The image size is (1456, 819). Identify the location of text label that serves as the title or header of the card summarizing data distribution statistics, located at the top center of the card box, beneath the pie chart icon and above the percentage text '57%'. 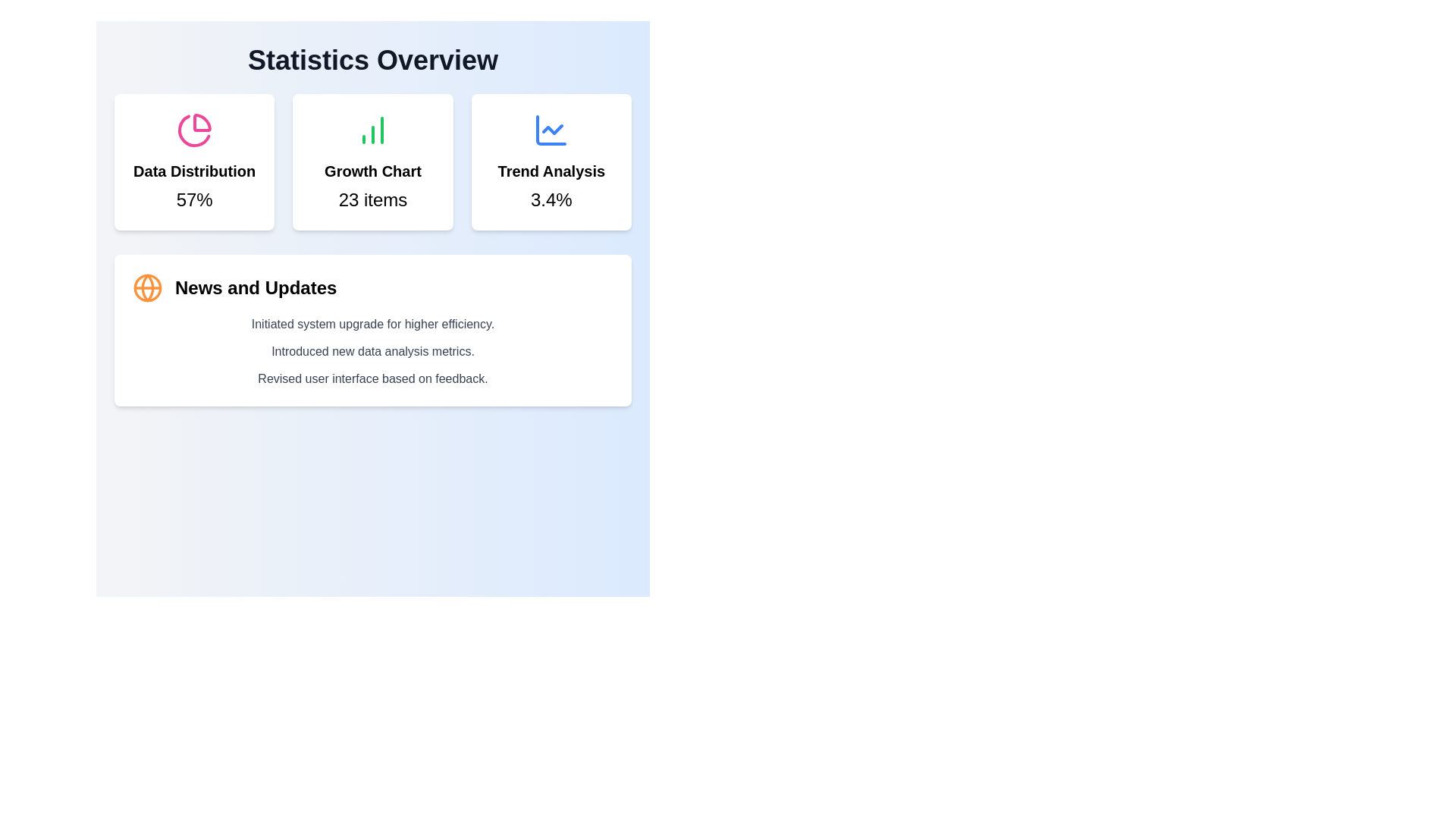
(193, 171).